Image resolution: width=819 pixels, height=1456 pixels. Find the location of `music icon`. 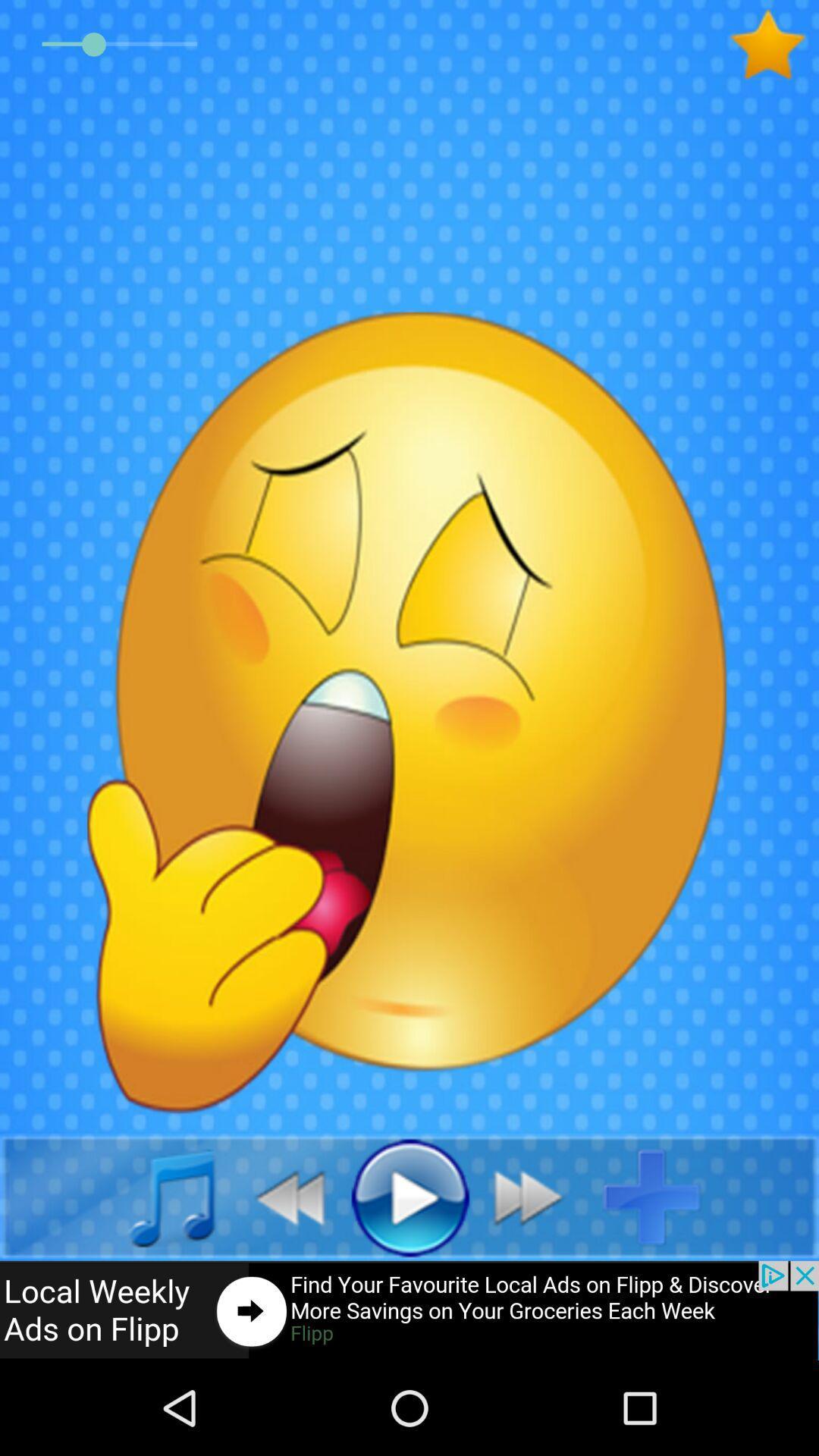

music icon is located at coordinates (155, 1196).